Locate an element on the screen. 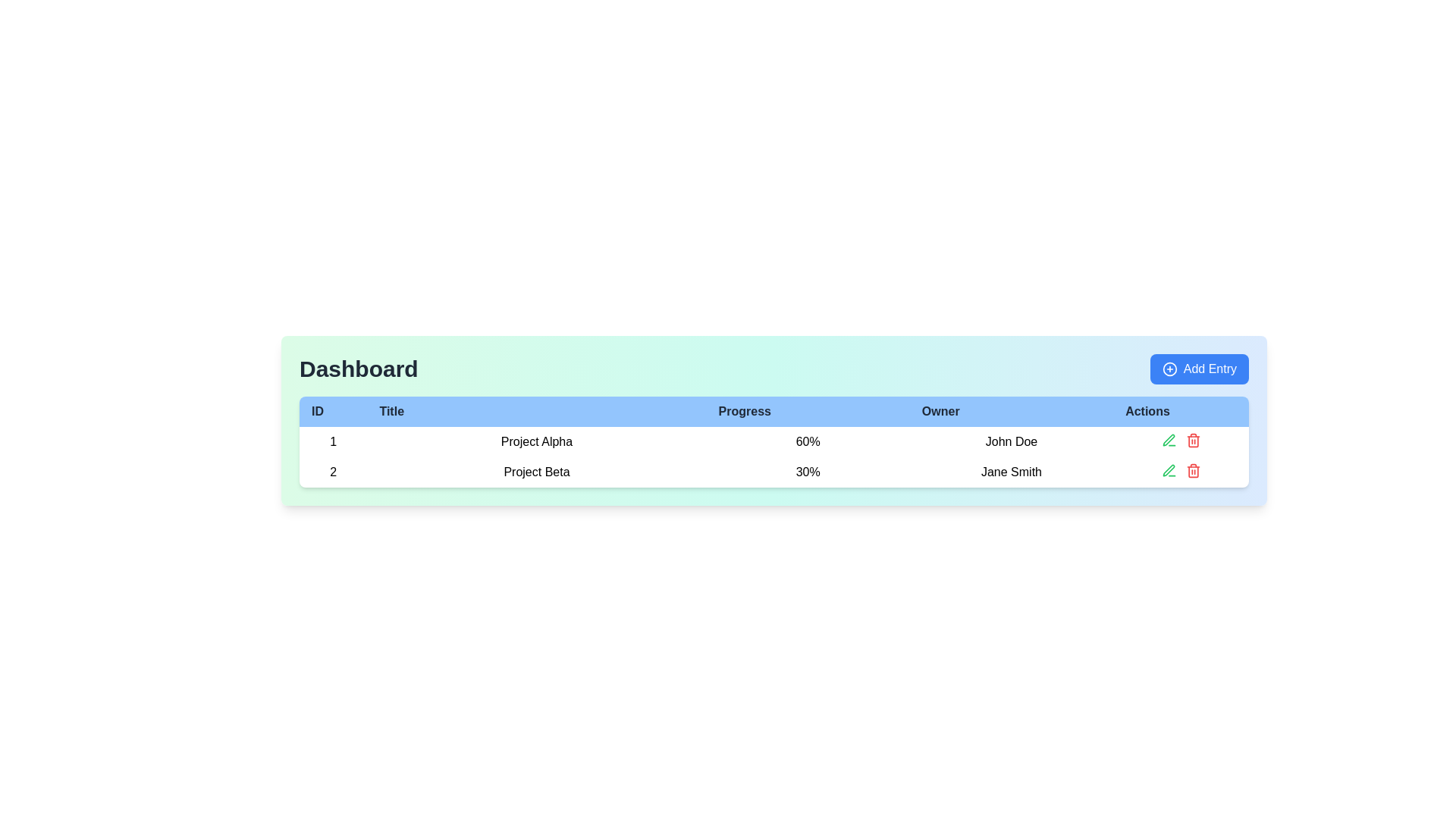 The height and width of the screenshot is (819, 1456). the numeric label '2' in the 'ID' column of the second row of the data table to focus on it is located at coordinates (332, 472).